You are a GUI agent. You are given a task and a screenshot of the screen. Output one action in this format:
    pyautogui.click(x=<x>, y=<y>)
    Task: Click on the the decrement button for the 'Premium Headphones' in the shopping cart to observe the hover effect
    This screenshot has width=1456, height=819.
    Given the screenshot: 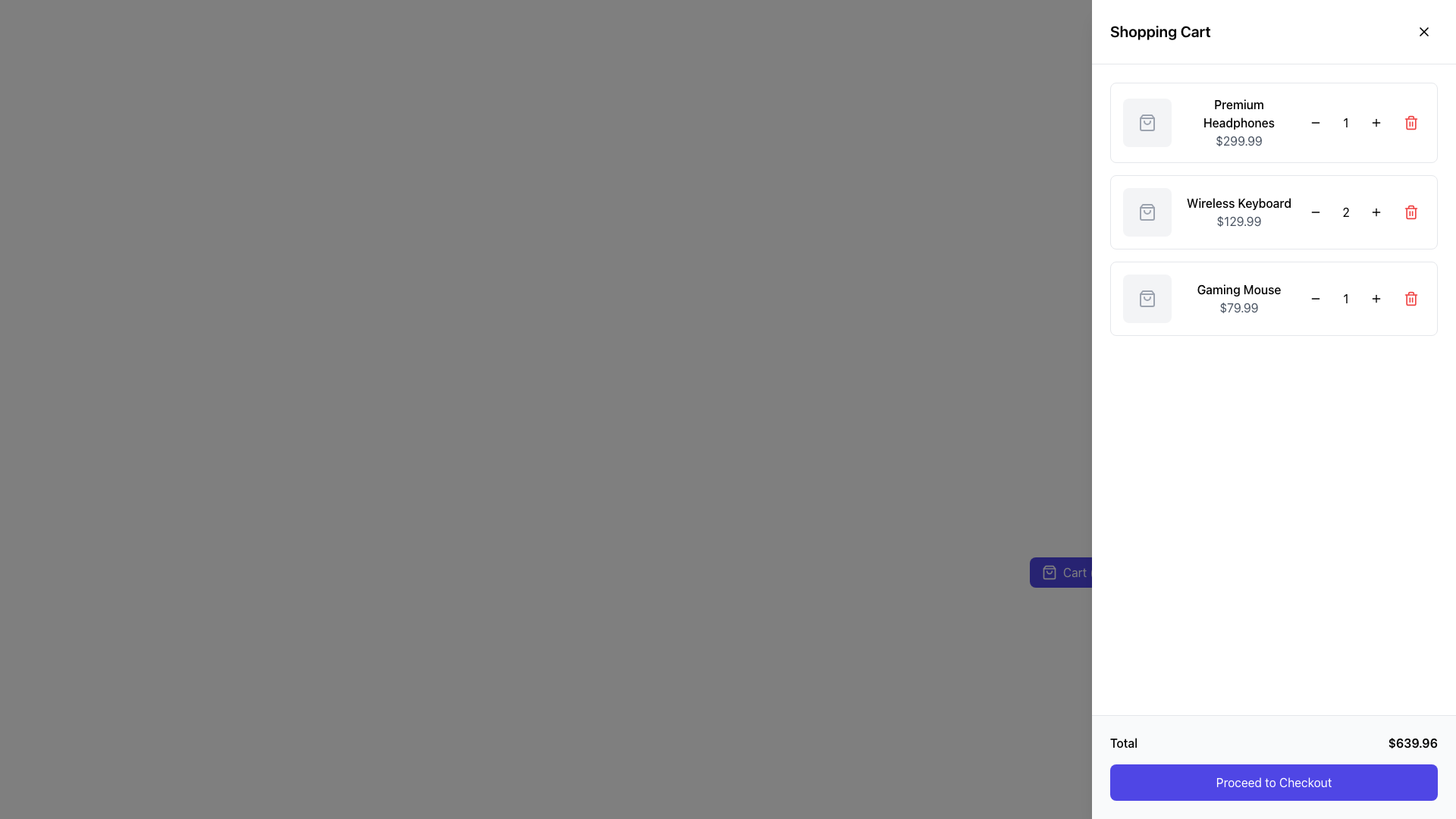 What is the action you would take?
    pyautogui.click(x=1314, y=122)
    